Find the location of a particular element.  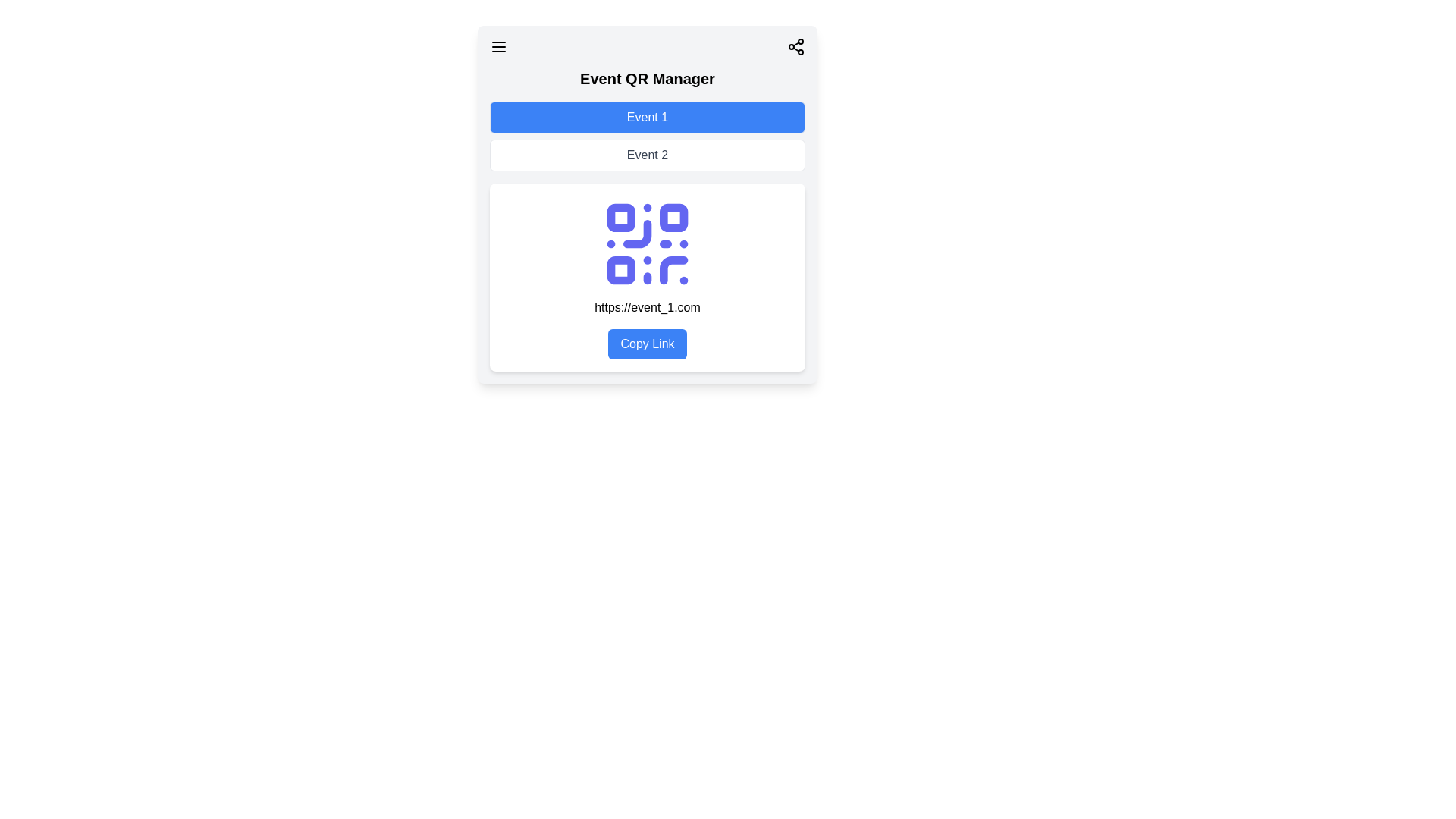

the 'Event 2' button located directly below the 'Event 1' button is located at coordinates (648, 155).